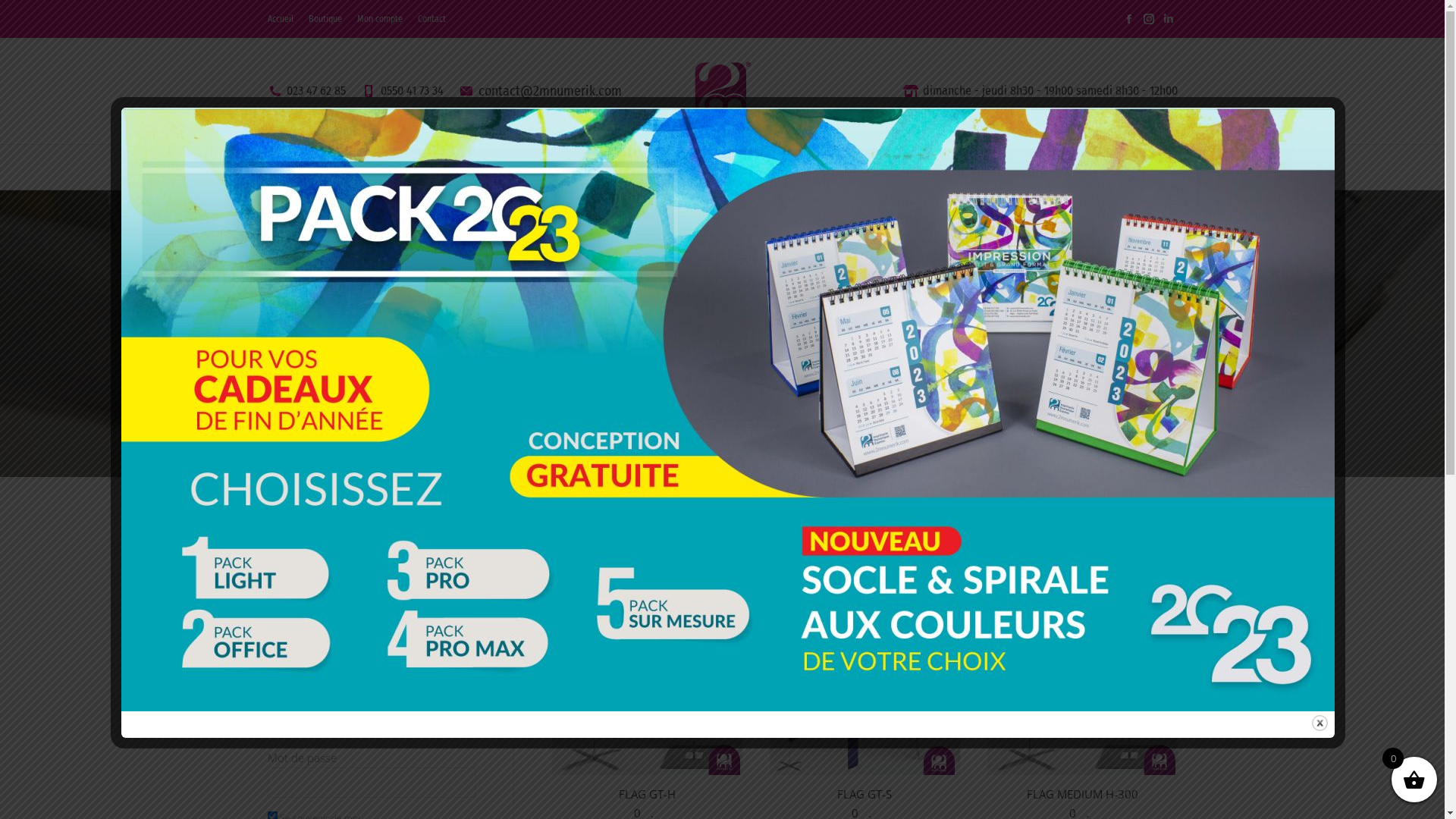 This screenshot has height=819, width=1456. I want to click on 'FLAG MEDIUM H-300', so click(1081, 792).